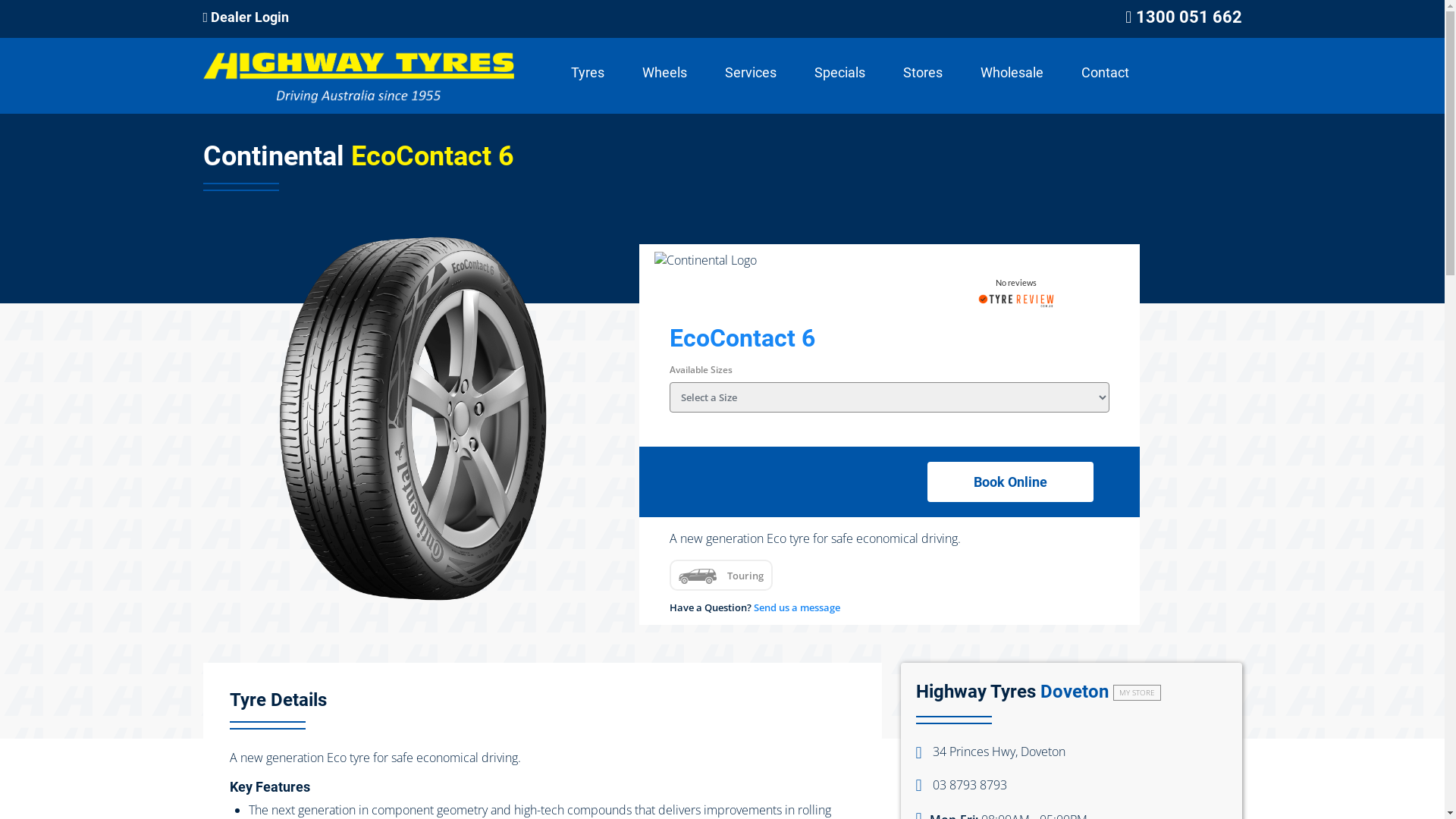 The image size is (1456, 819). What do you see at coordinates (723, 72) in the screenshot?
I see `'Services'` at bounding box center [723, 72].